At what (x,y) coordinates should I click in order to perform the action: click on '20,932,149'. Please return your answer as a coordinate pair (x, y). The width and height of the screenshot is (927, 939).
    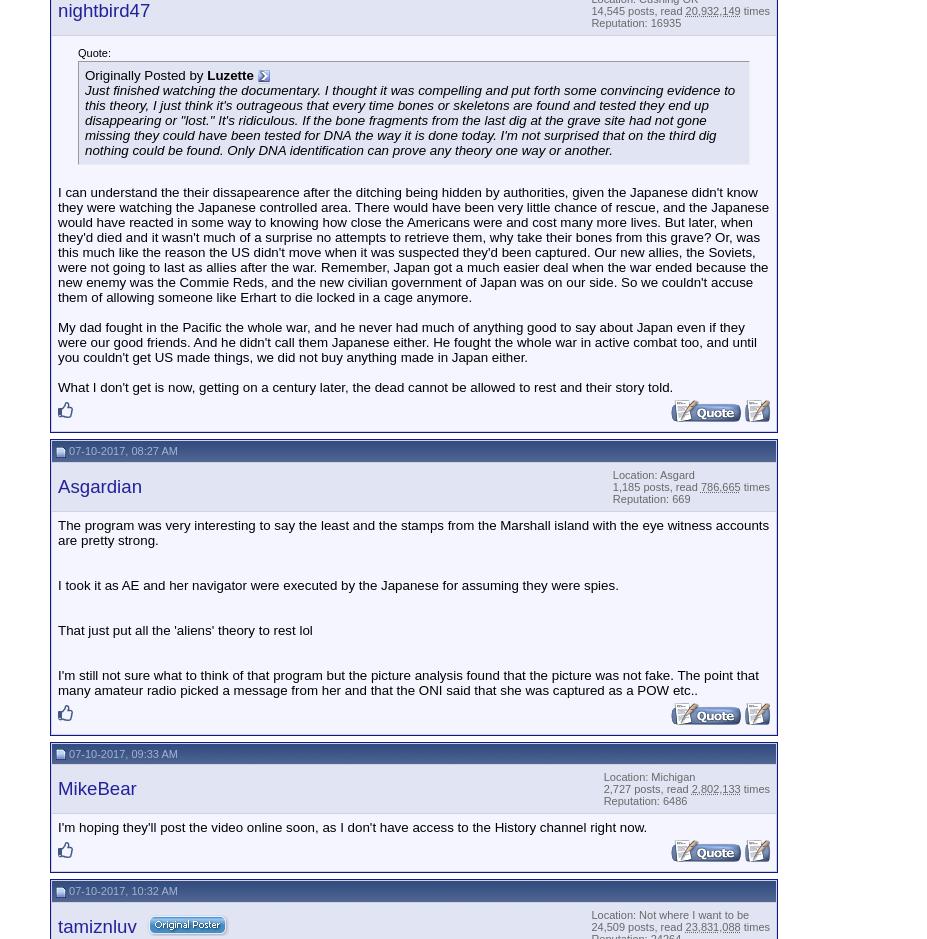
    Looking at the image, I should click on (711, 9).